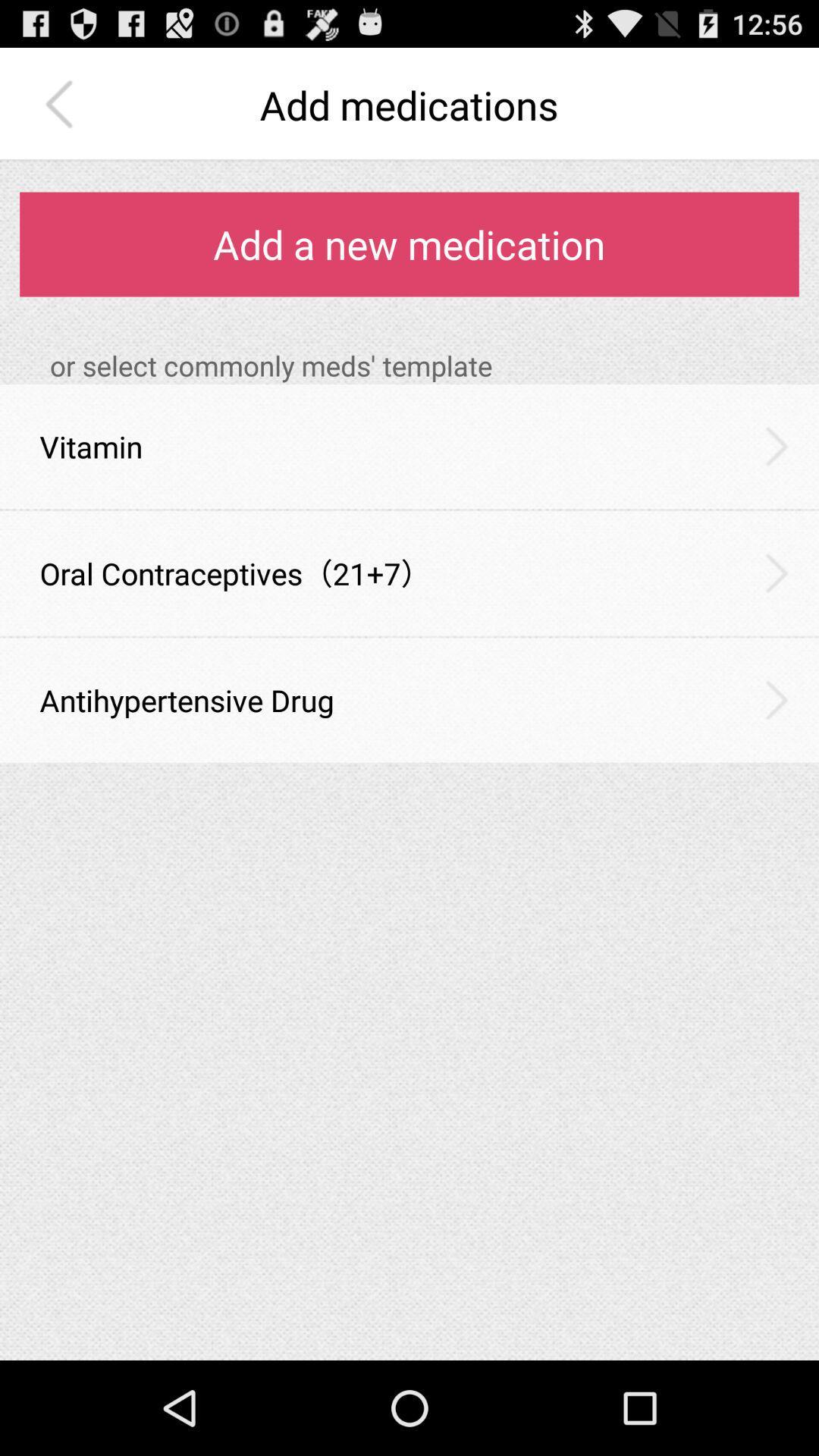  Describe the element at coordinates (62, 104) in the screenshot. I see `item above the add a new item` at that location.